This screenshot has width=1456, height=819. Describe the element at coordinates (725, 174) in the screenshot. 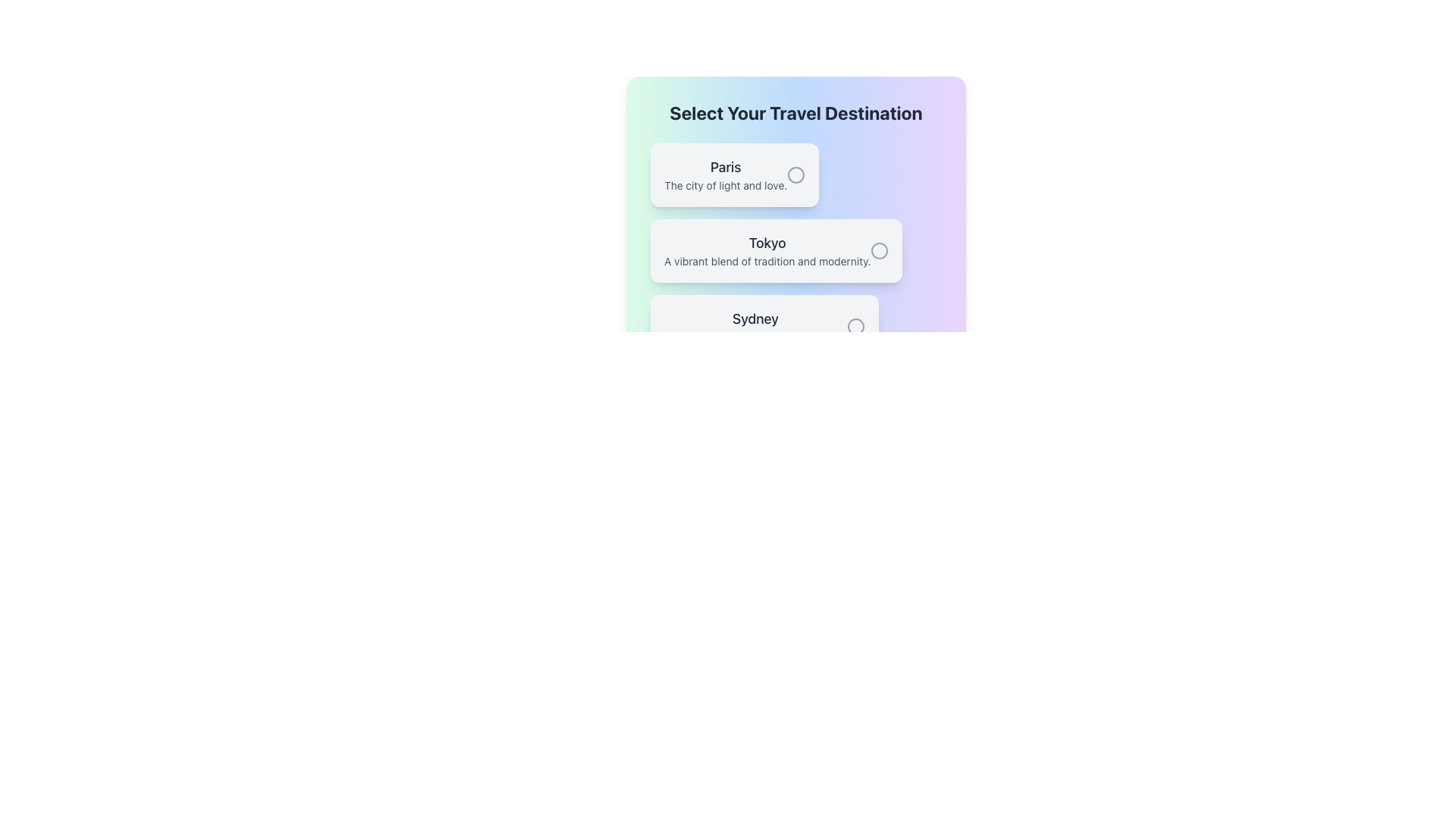

I see `the text block describing the destination option 'Paris', located below the header 'Select Your Travel Destination'` at that location.